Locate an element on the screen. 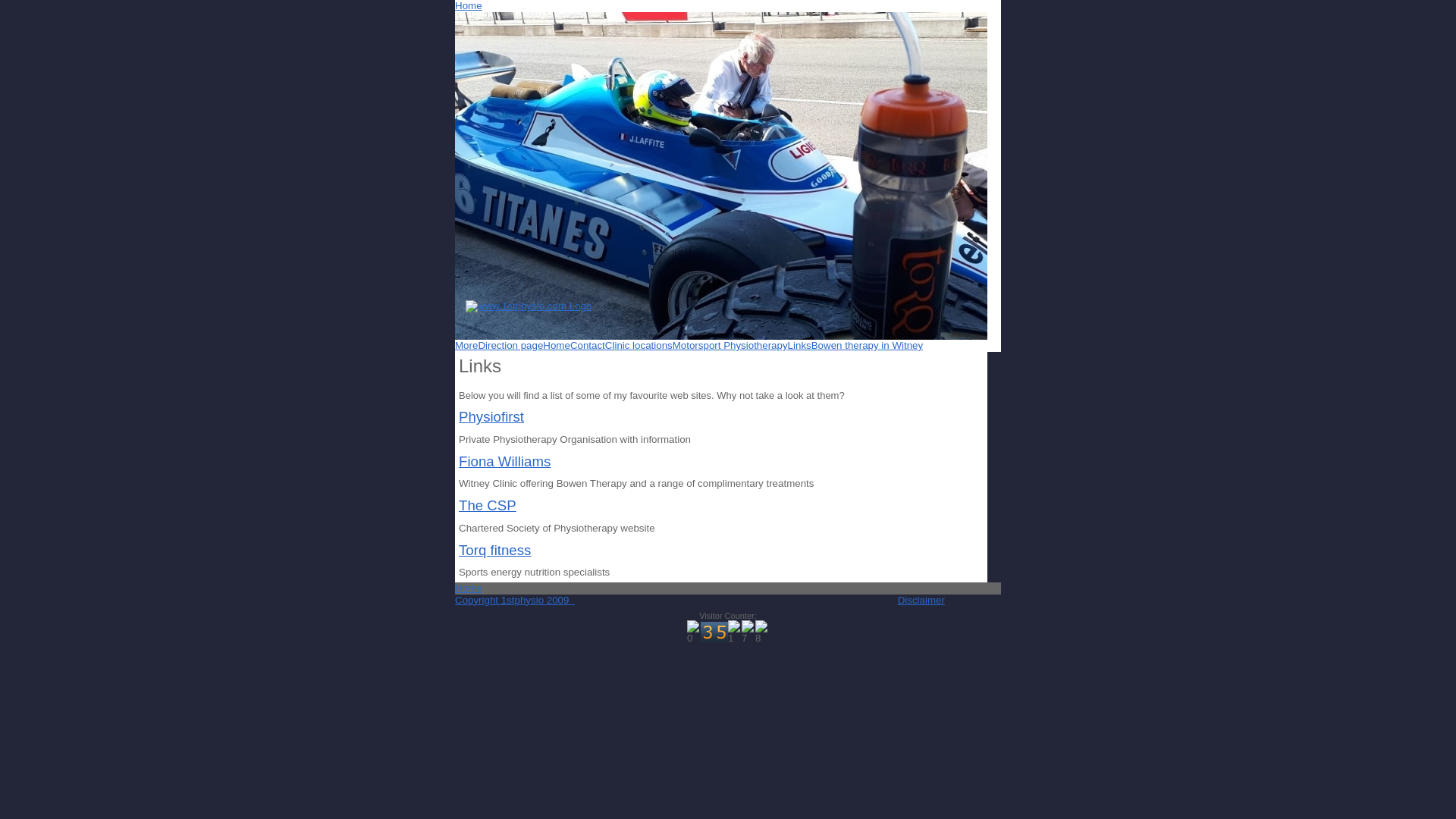  'Physiofirst' is located at coordinates (491, 416).